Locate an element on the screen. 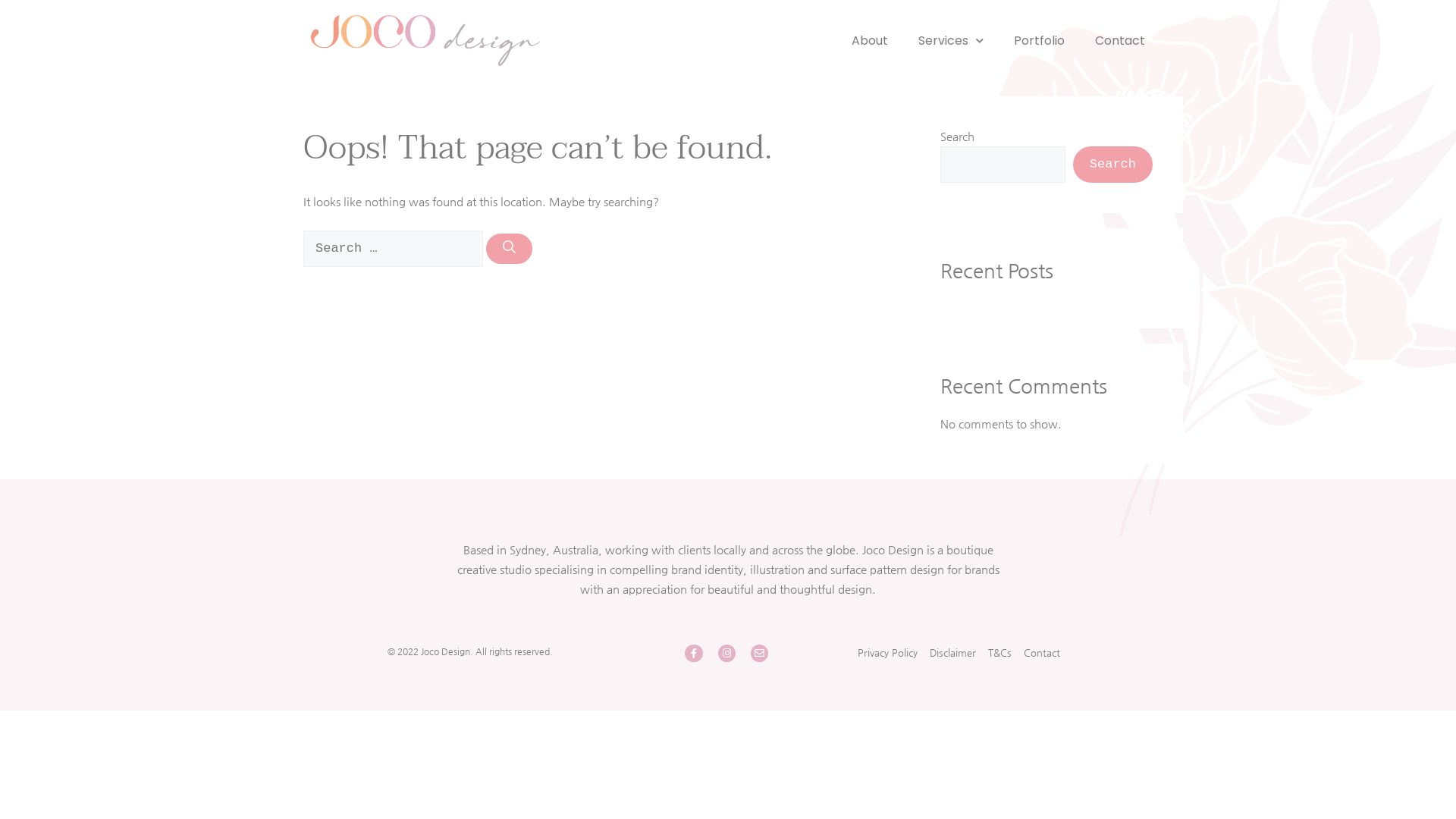  'T&Cs' is located at coordinates (999, 651).